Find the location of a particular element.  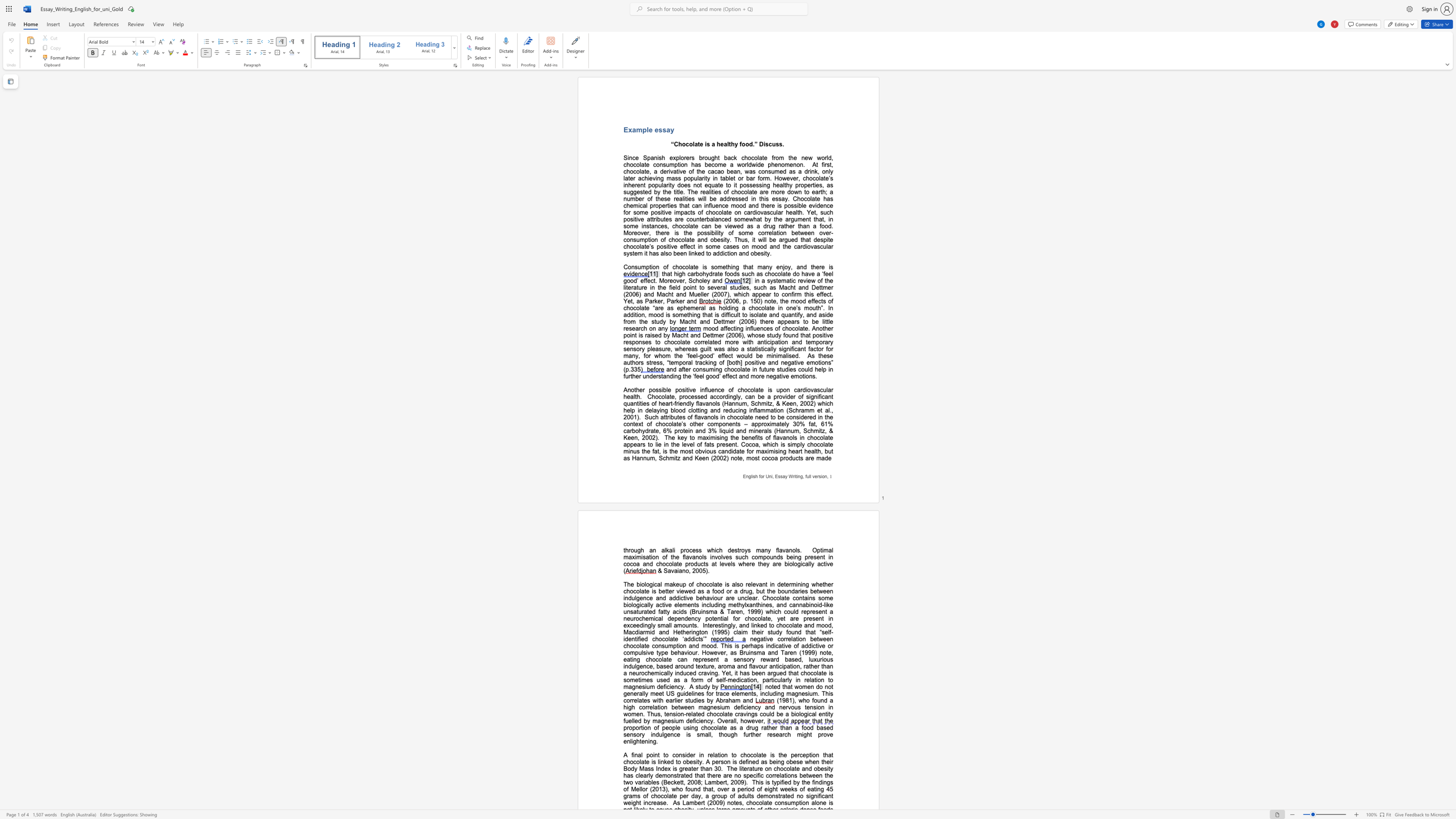

the subset text "gic" within the text "The biological makeup of chocolate is also relevant in" is located at coordinates (649, 584).